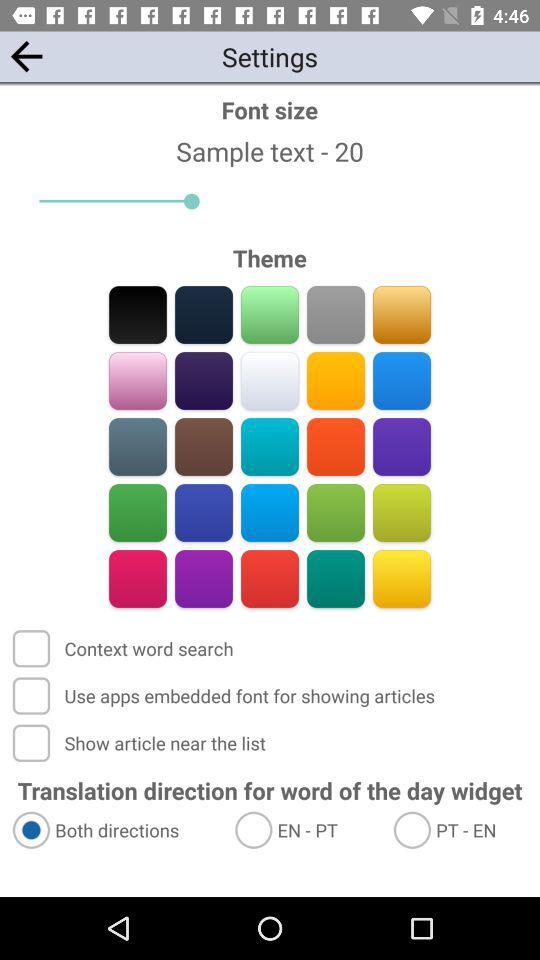 The height and width of the screenshot is (960, 540). Describe the element at coordinates (335, 446) in the screenshot. I see `orange theme color` at that location.